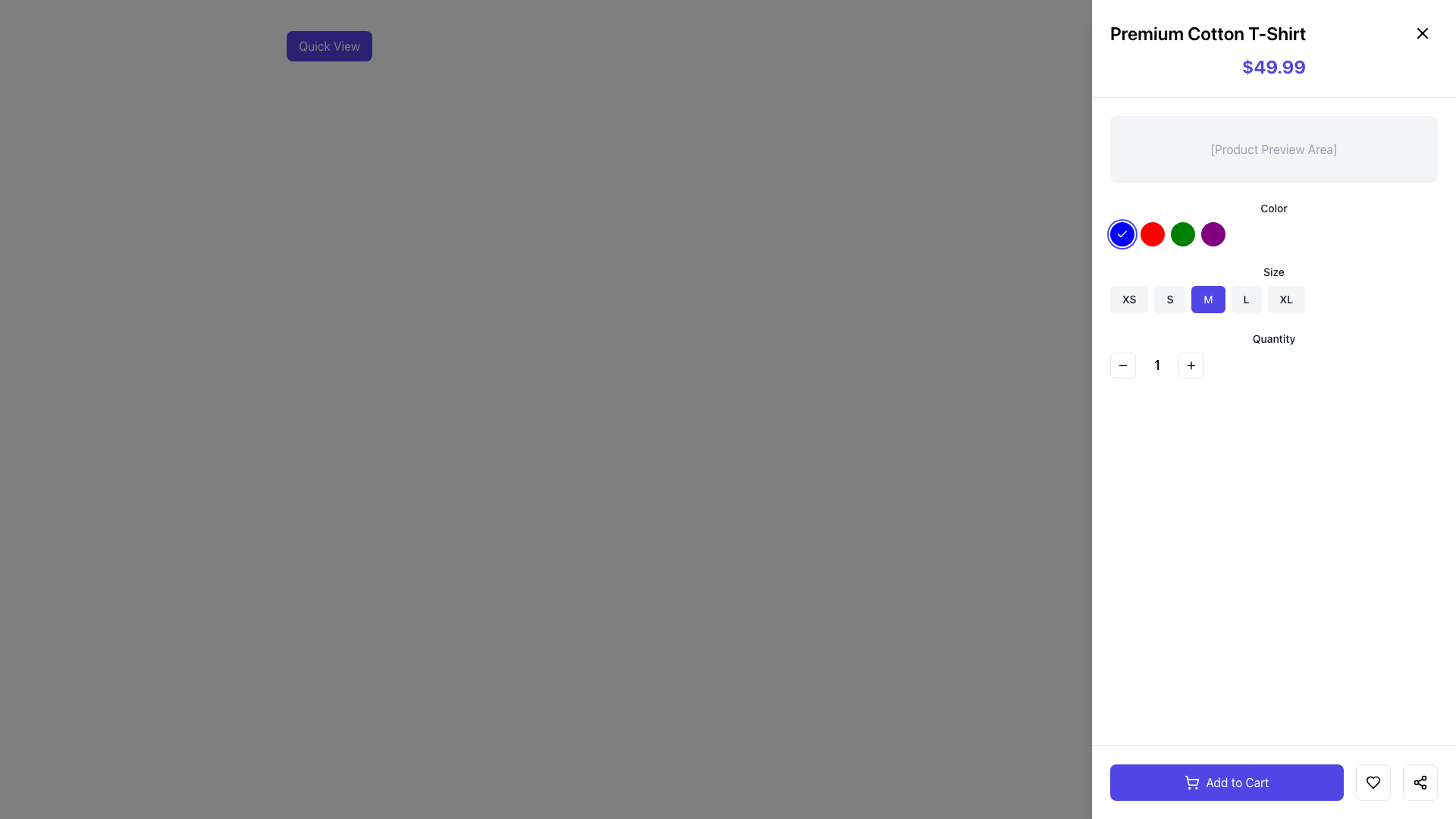 The image size is (1456, 819). I want to click on the decrement button located to the immediate left of the numeric quantity display in the quantity selector interface to reduce the displayed value, so click(1123, 366).